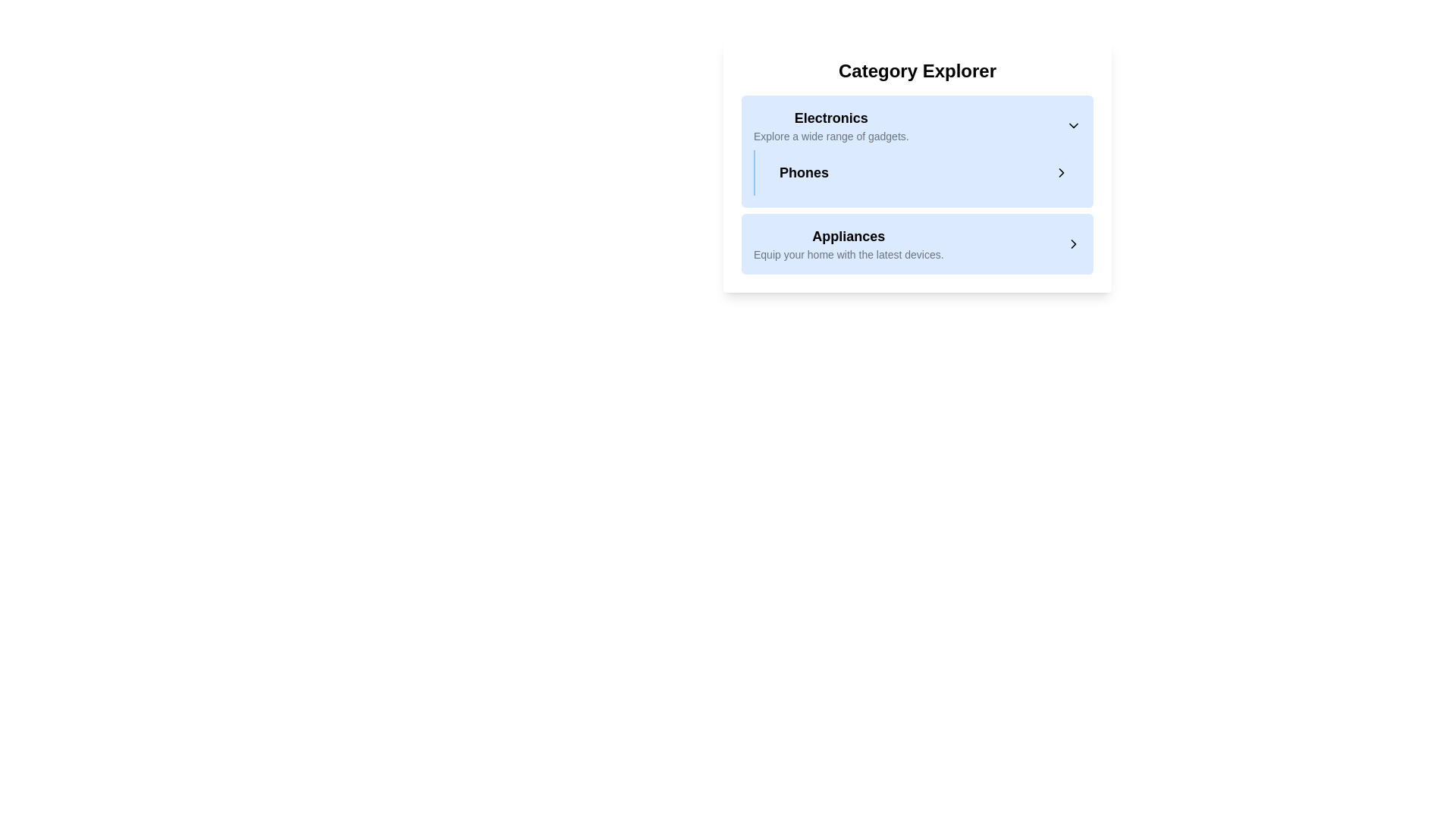 The image size is (1456, 819). I want to click on the label indicating the 'Phones' category, located in the light blue box under the 'Electronics' section, so click(803, 171).